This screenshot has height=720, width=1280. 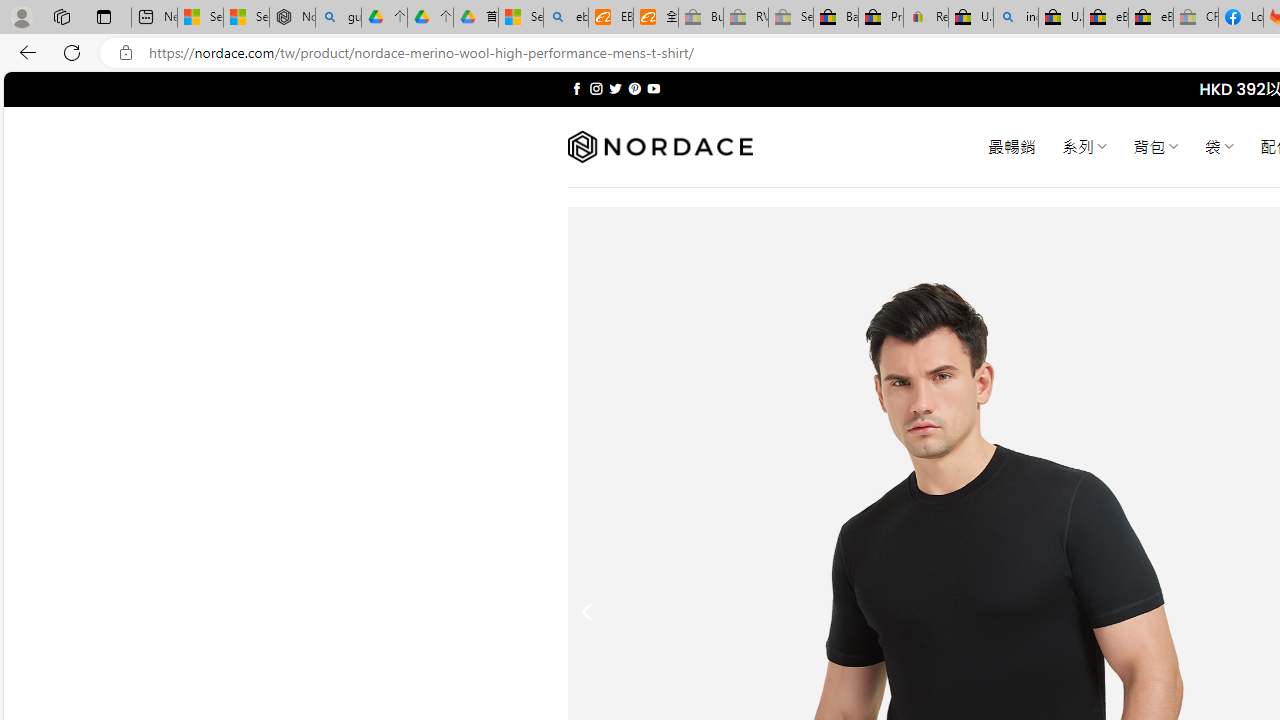 What do you see at coordinates (653, 88) in the screenshot?
I see `'Follow on YouTube'` at bounding box center [653, 88].